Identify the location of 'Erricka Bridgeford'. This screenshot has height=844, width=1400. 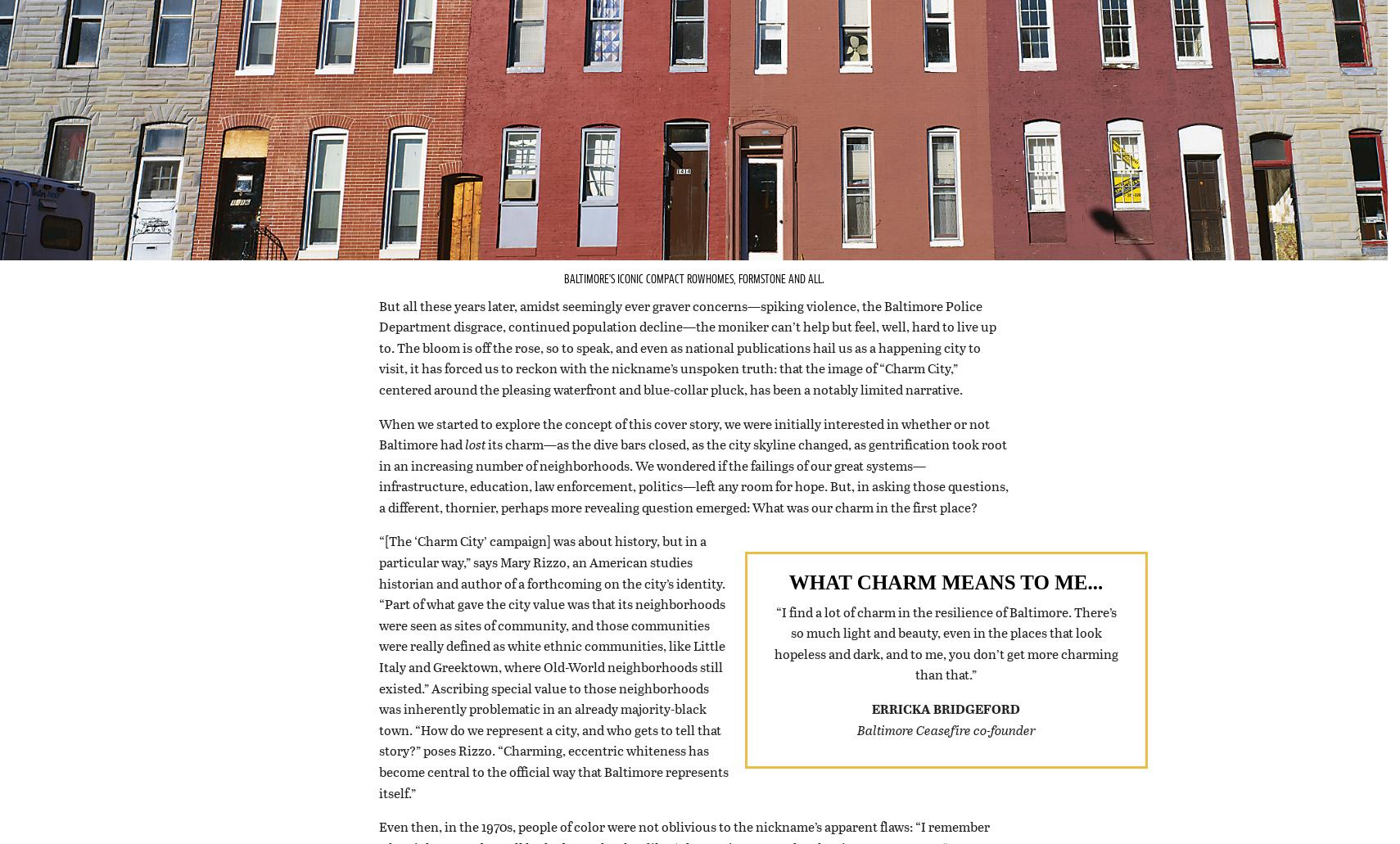
(945, 729).